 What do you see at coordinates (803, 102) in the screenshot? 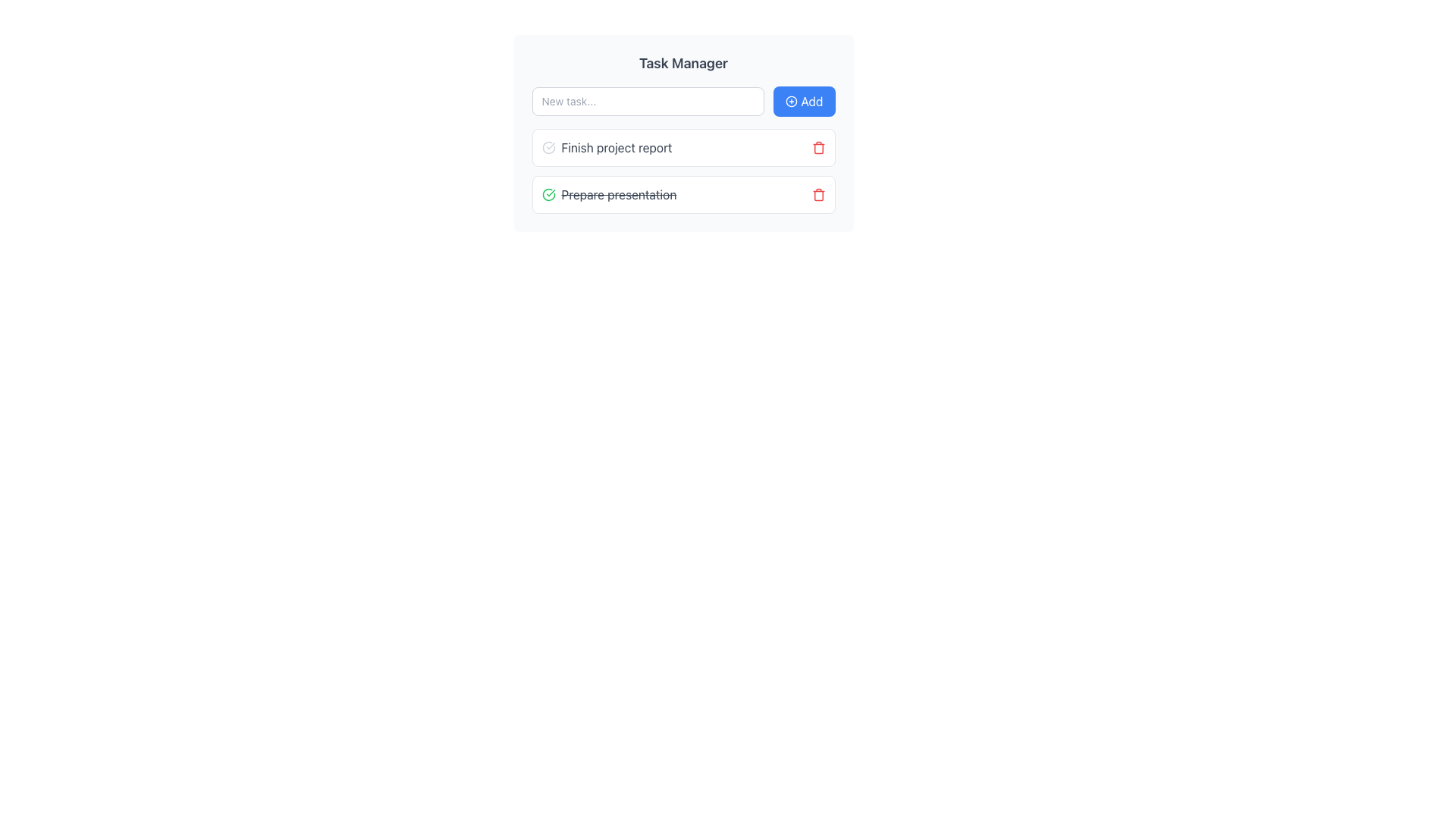
I see `the button located in the top-right corner of the horizontal grouping` at bounding box center [803, 102].